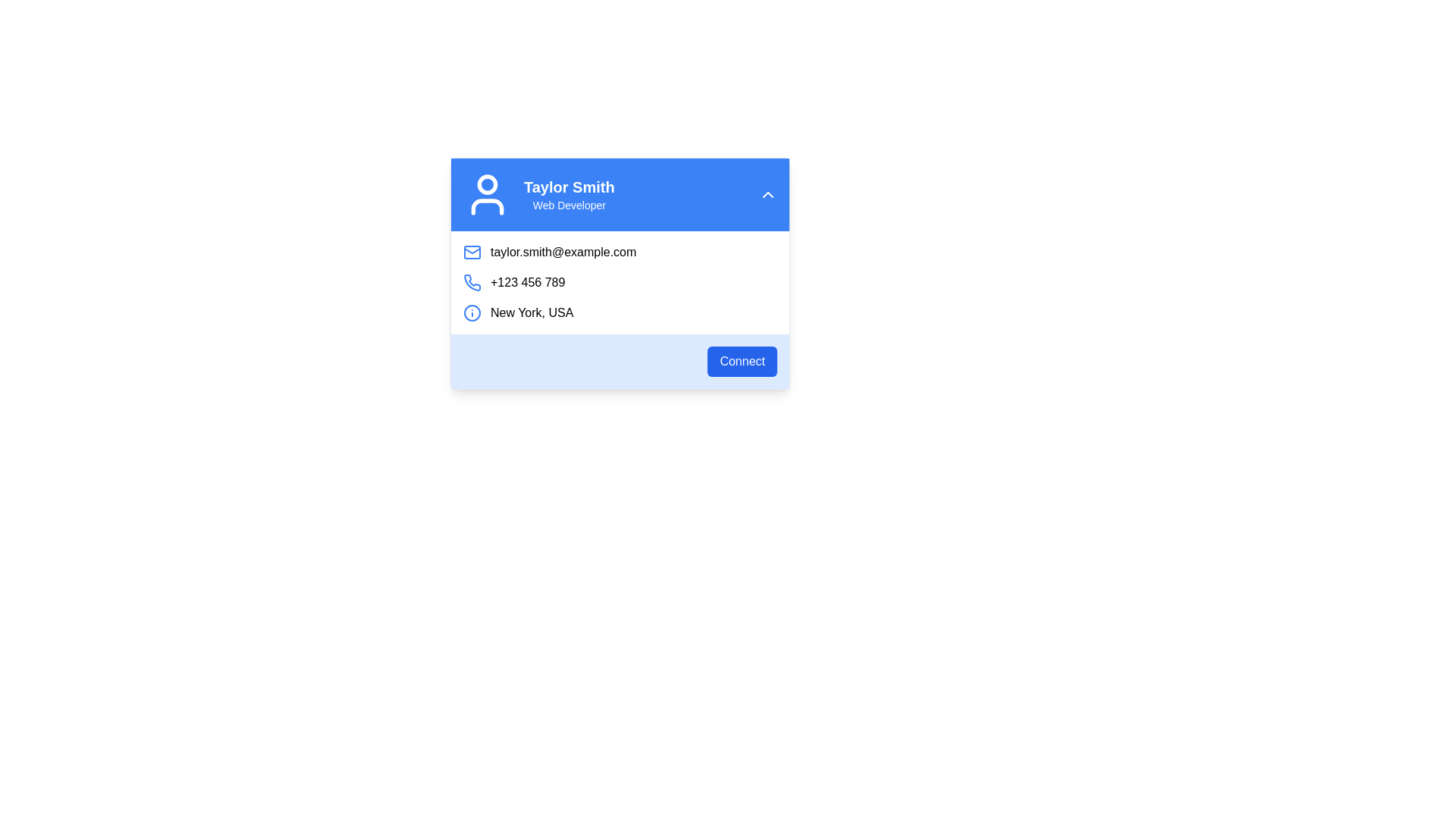 The image size is (1456, 819). What do you see at coordinates (488, 184) in the screenshot?
I see `the user profile avatar circular icon located in the top-left corner of the user profile card within the blue header` at bounding box center [488, 184].